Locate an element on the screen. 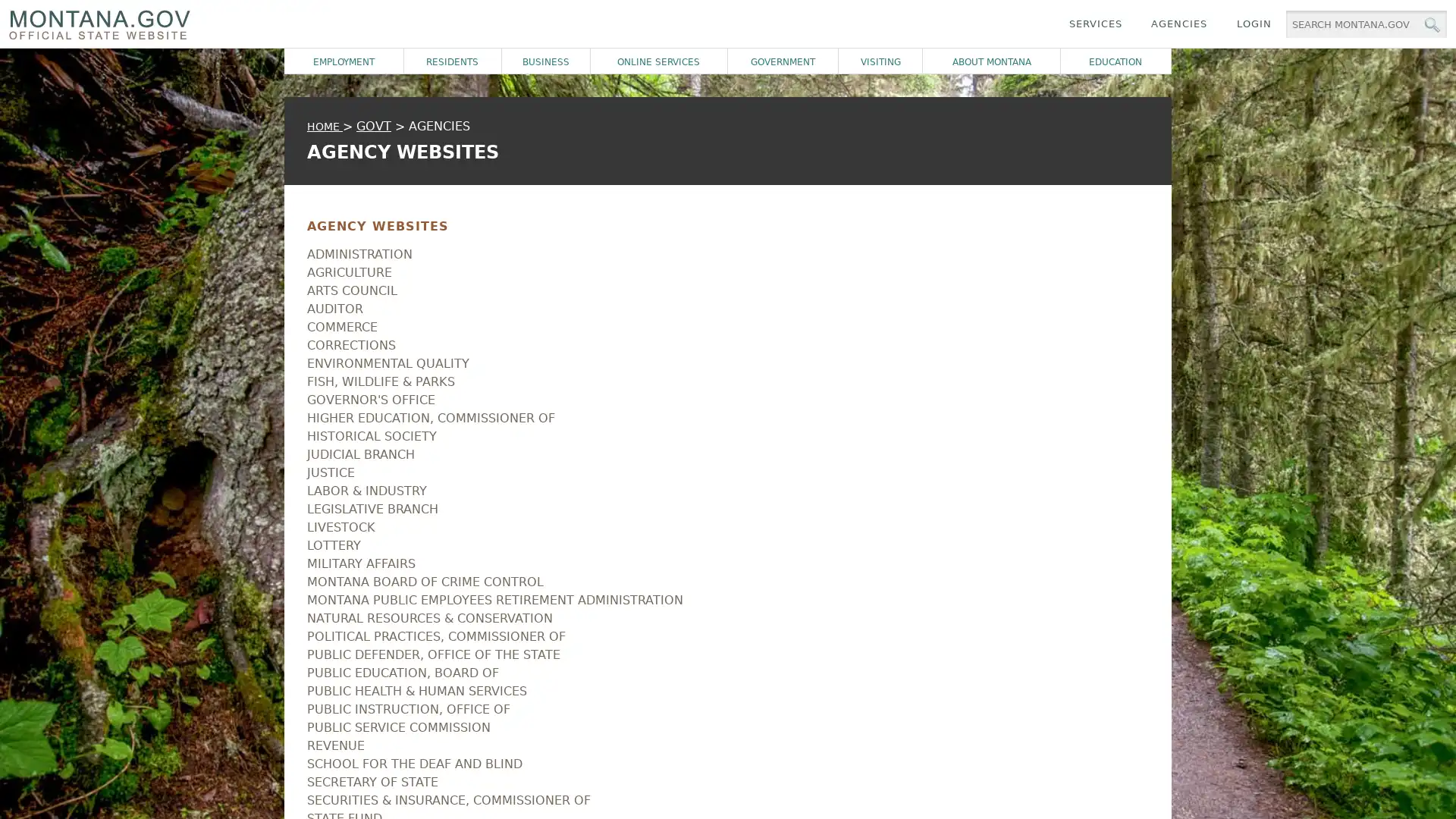 The height and width of the screenshot is (819, 1456). MT.gov Search Button is located at coordinates (1430, 25).